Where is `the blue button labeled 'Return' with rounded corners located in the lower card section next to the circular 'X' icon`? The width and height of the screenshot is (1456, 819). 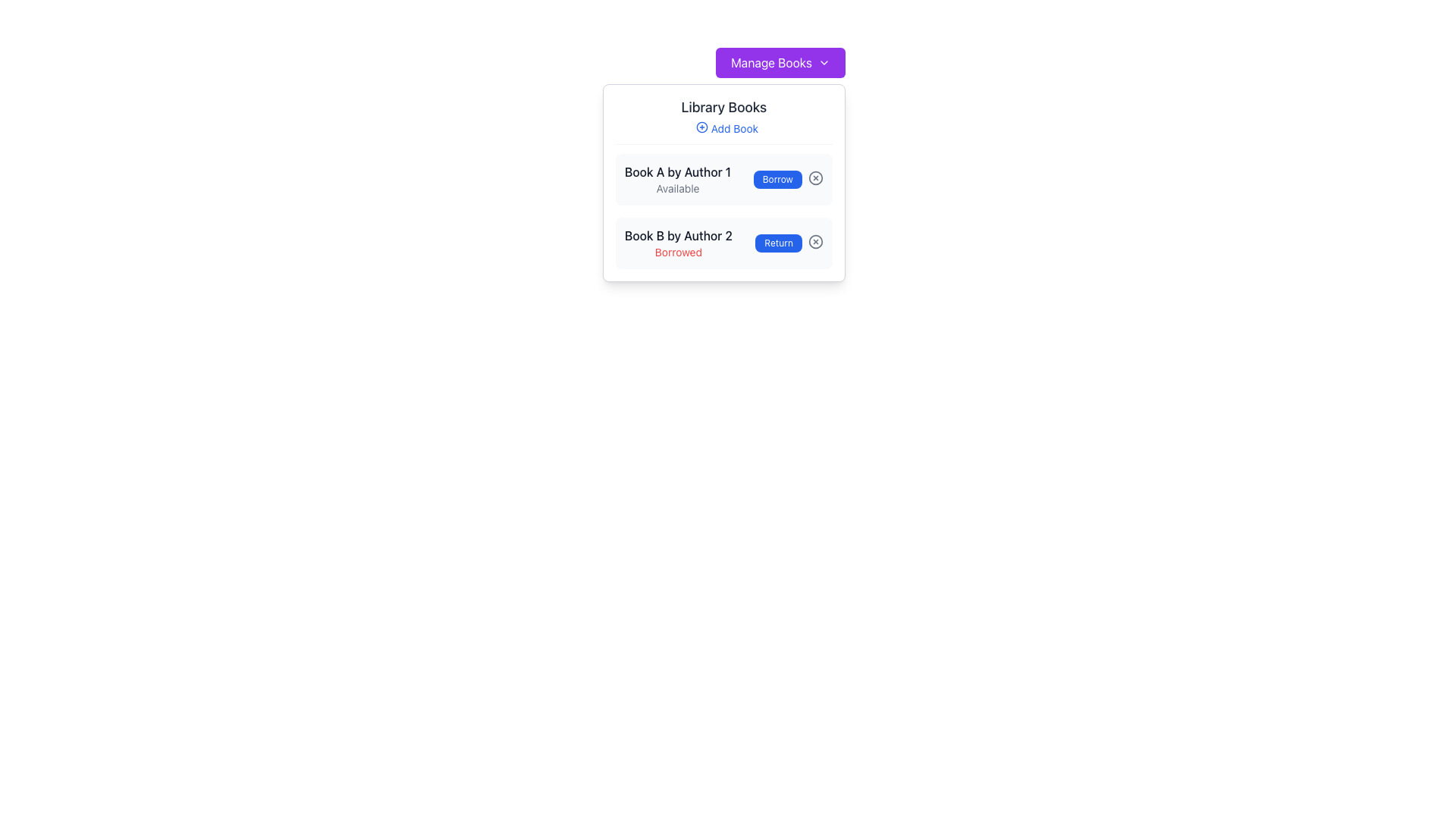 the blue button labeled 'Return' with rounded corners located in the lower card section next to the circular 'X' icon is located at coordinates (789, 242).